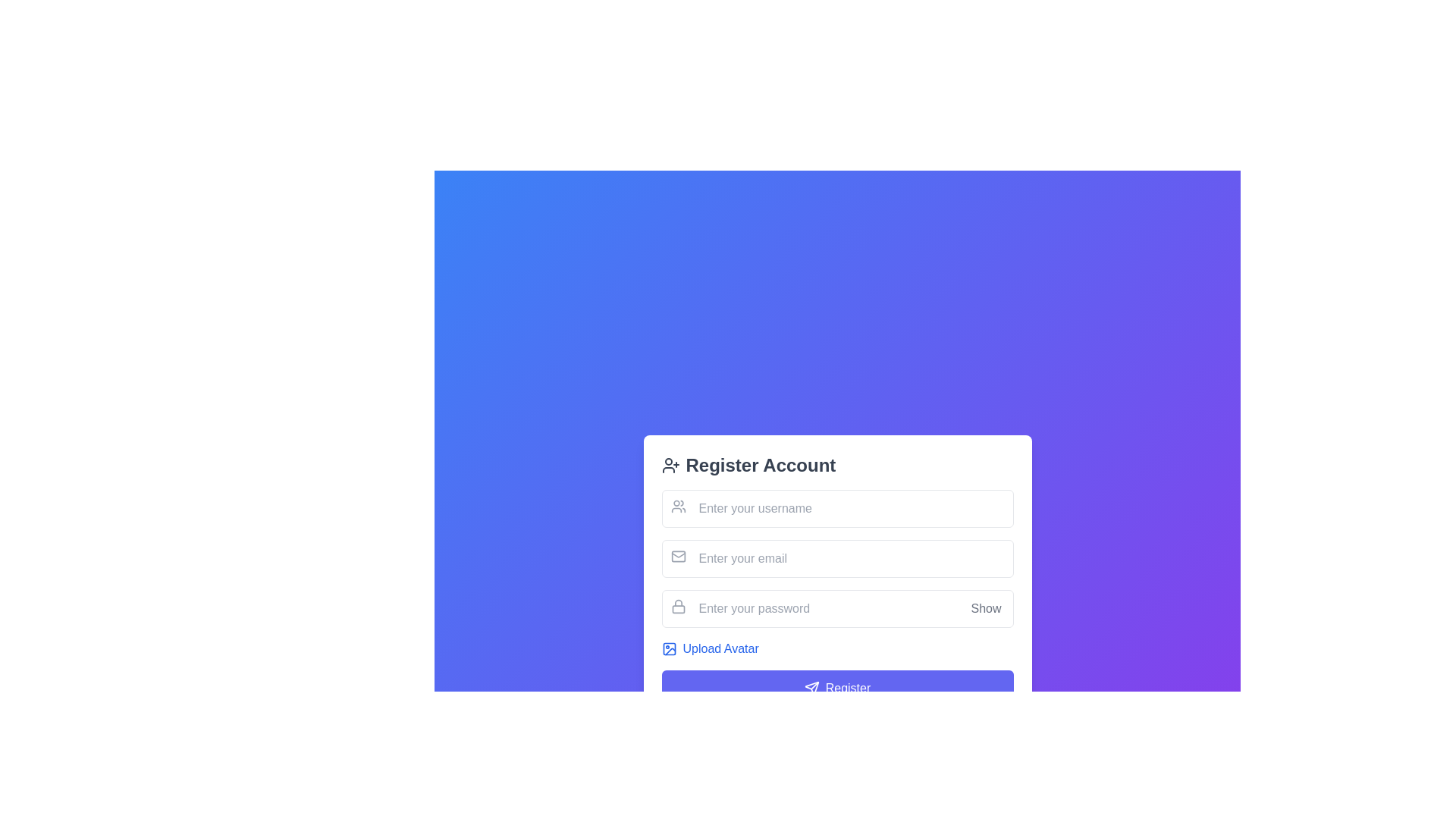 This screenshot has height=819, width=1456. What do you see at coordinates (677, 556) in the screenshot?
I see `the SVG icon that signifies the email input field, located at the top-left corner of the email input box near the label 'Enter your email'` at bounding box center [677, 556].